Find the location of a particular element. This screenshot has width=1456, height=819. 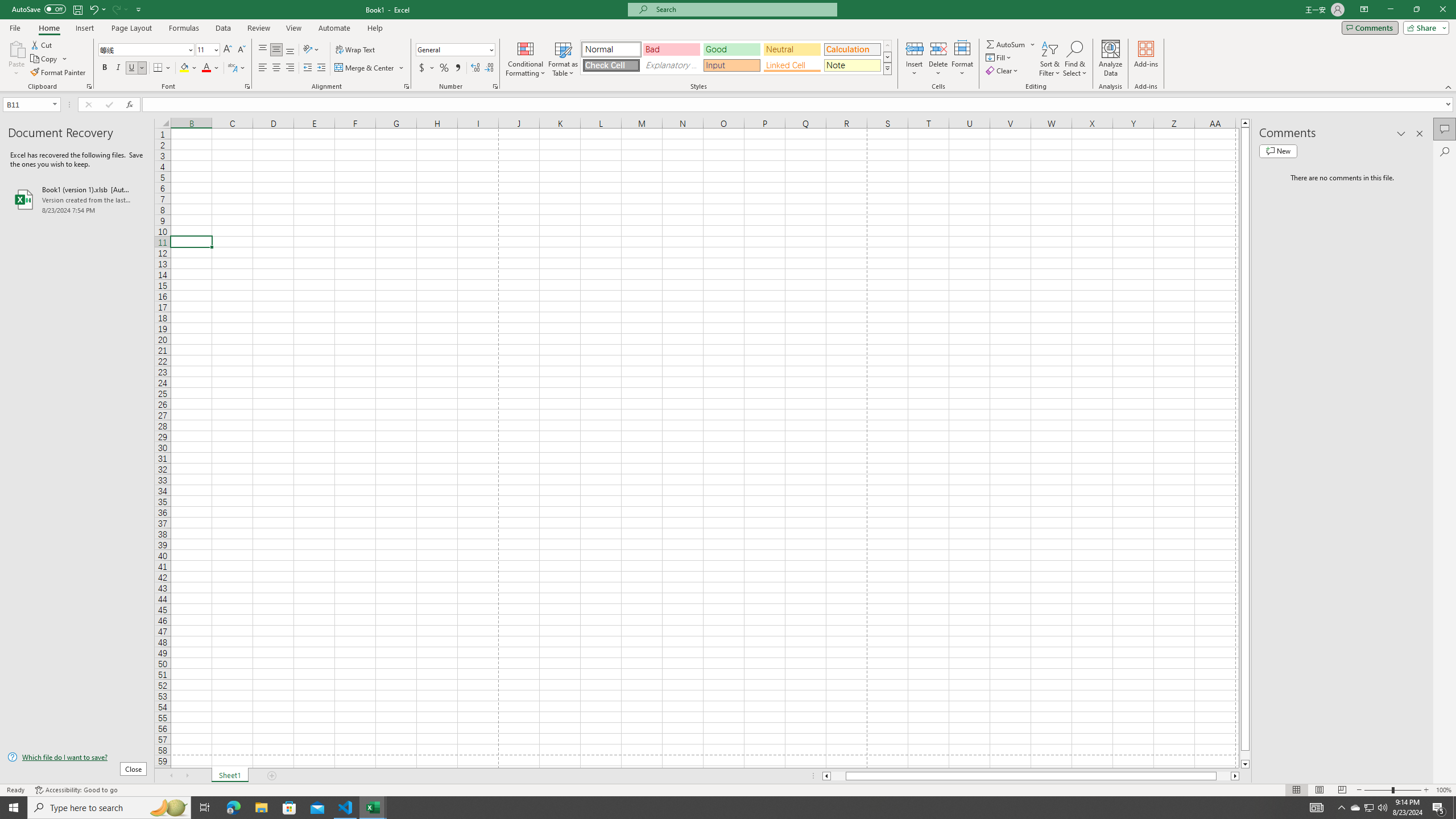

'Conditional Formatting' is located at coordinates (526, 59).